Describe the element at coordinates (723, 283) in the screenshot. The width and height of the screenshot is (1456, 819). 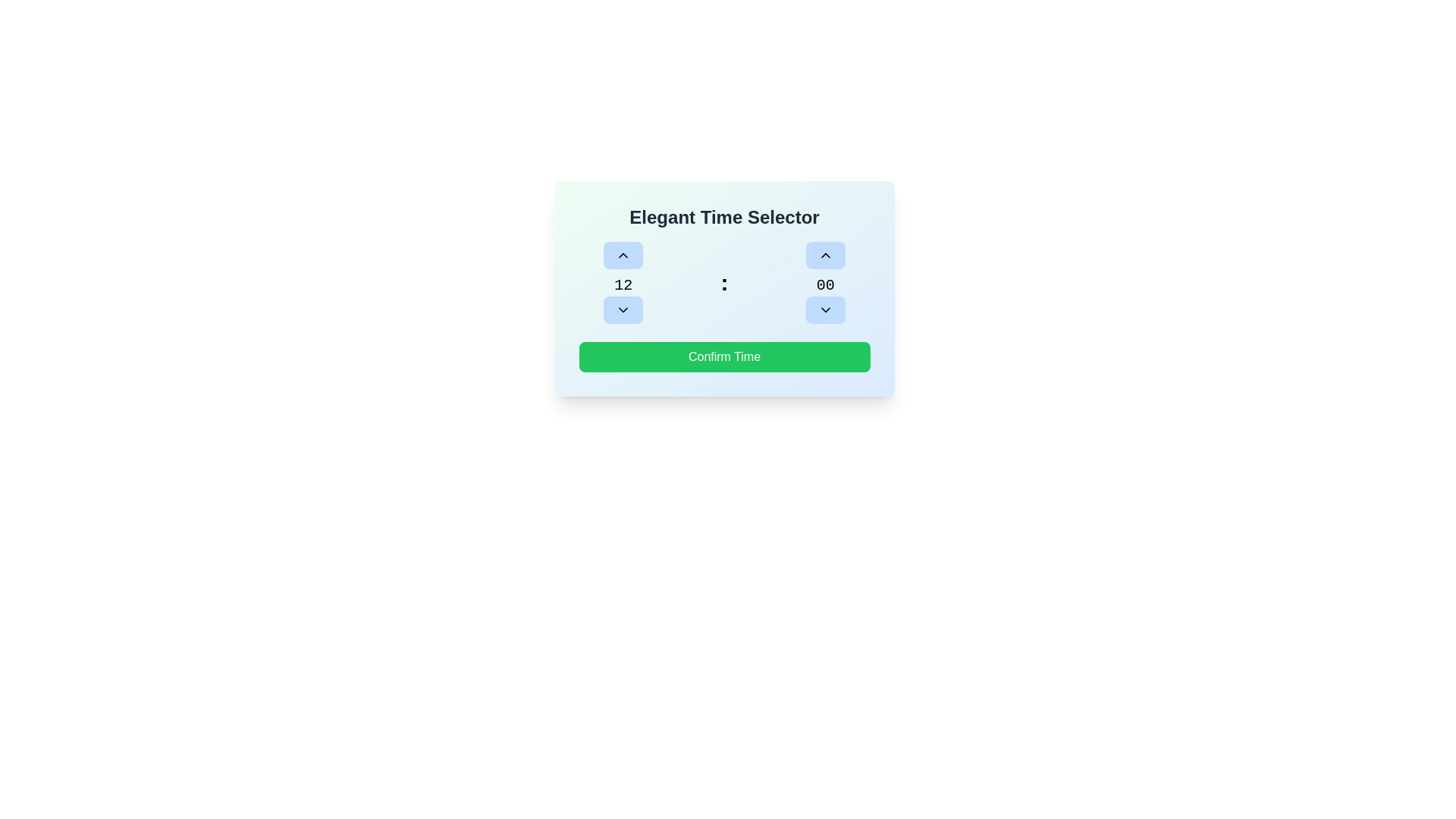
I see `the visual separator text label located between the hour '12' and minute '00' in the time selector interface` at that location.